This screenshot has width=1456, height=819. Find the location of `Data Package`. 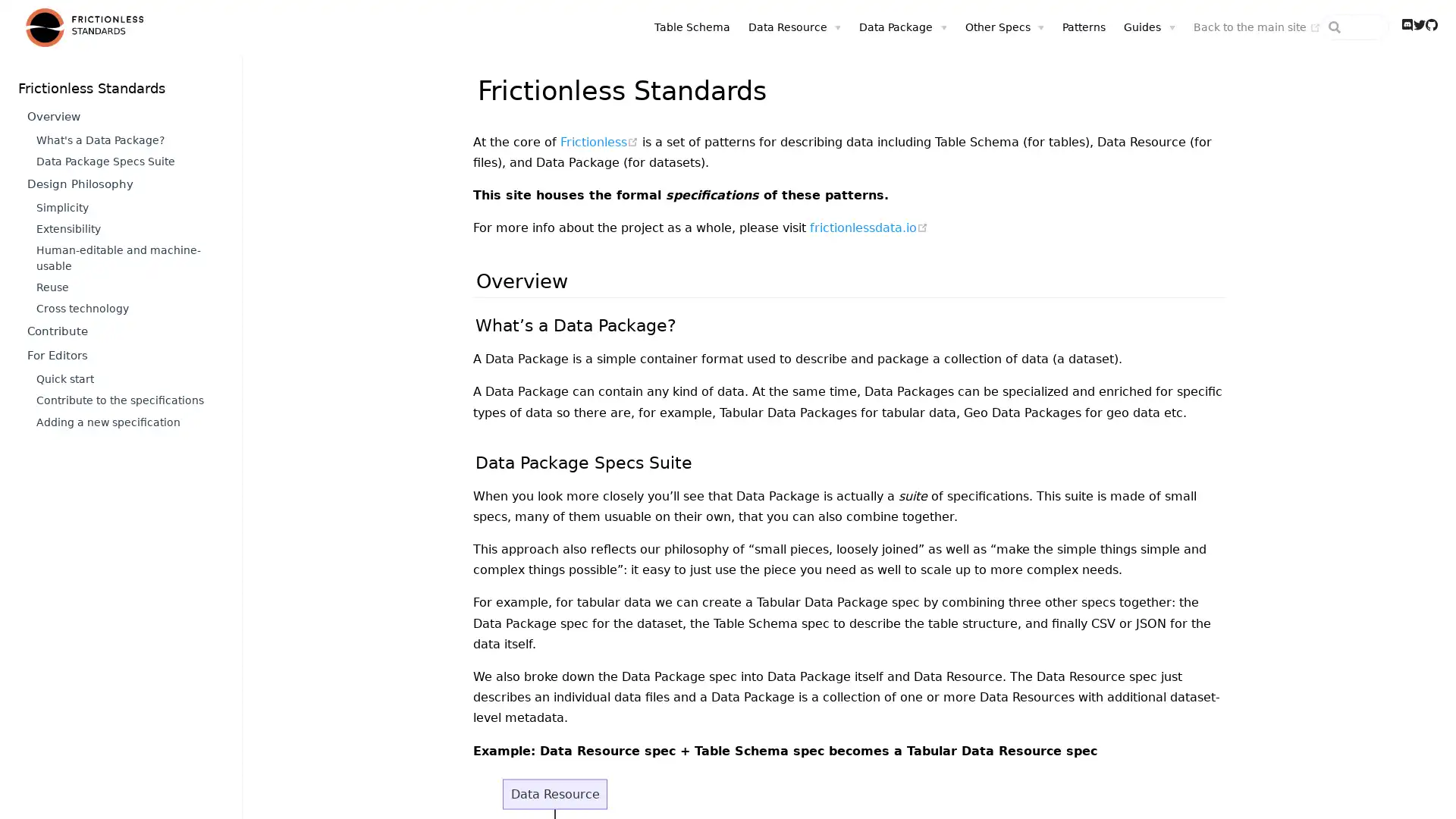

Data Package is located at coordinates (817, 27).